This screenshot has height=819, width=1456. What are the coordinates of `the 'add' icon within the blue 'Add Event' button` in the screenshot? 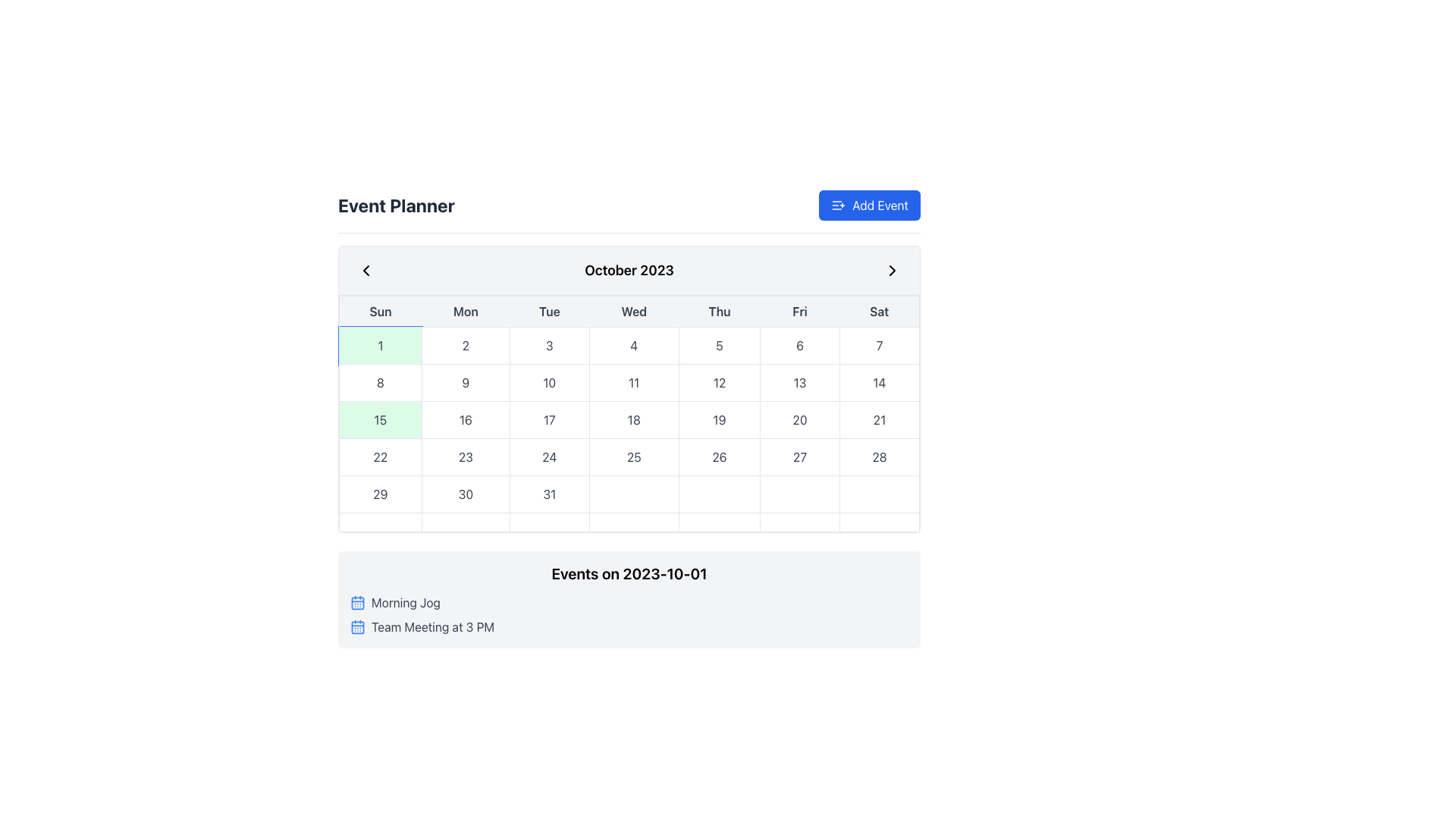 It's located at (838, 205).